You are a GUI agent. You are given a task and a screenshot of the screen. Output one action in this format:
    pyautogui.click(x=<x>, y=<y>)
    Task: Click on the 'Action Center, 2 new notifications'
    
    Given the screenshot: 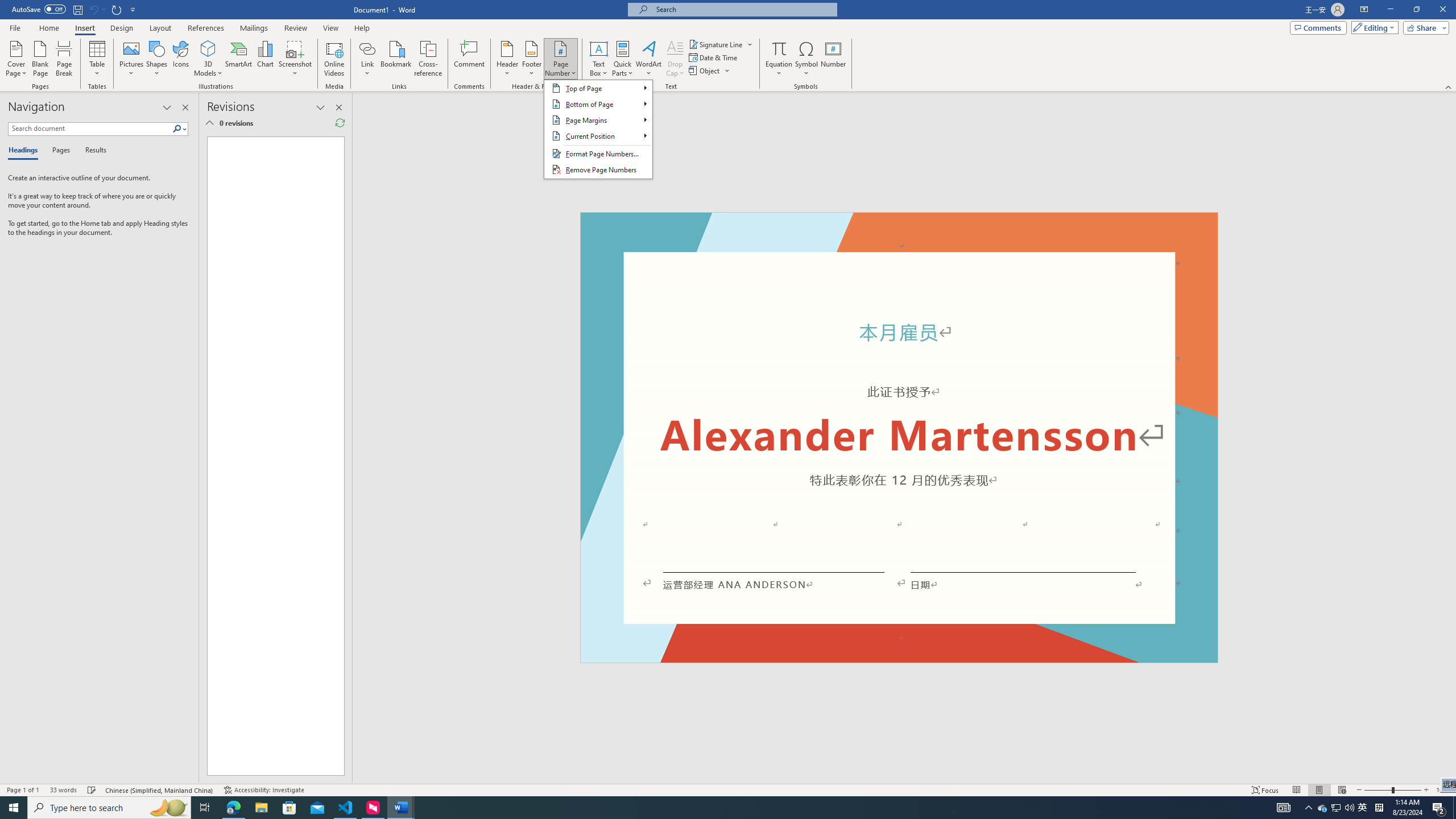 What is the action you would take?
    pyautogui.click(x=1439, y=806)
    